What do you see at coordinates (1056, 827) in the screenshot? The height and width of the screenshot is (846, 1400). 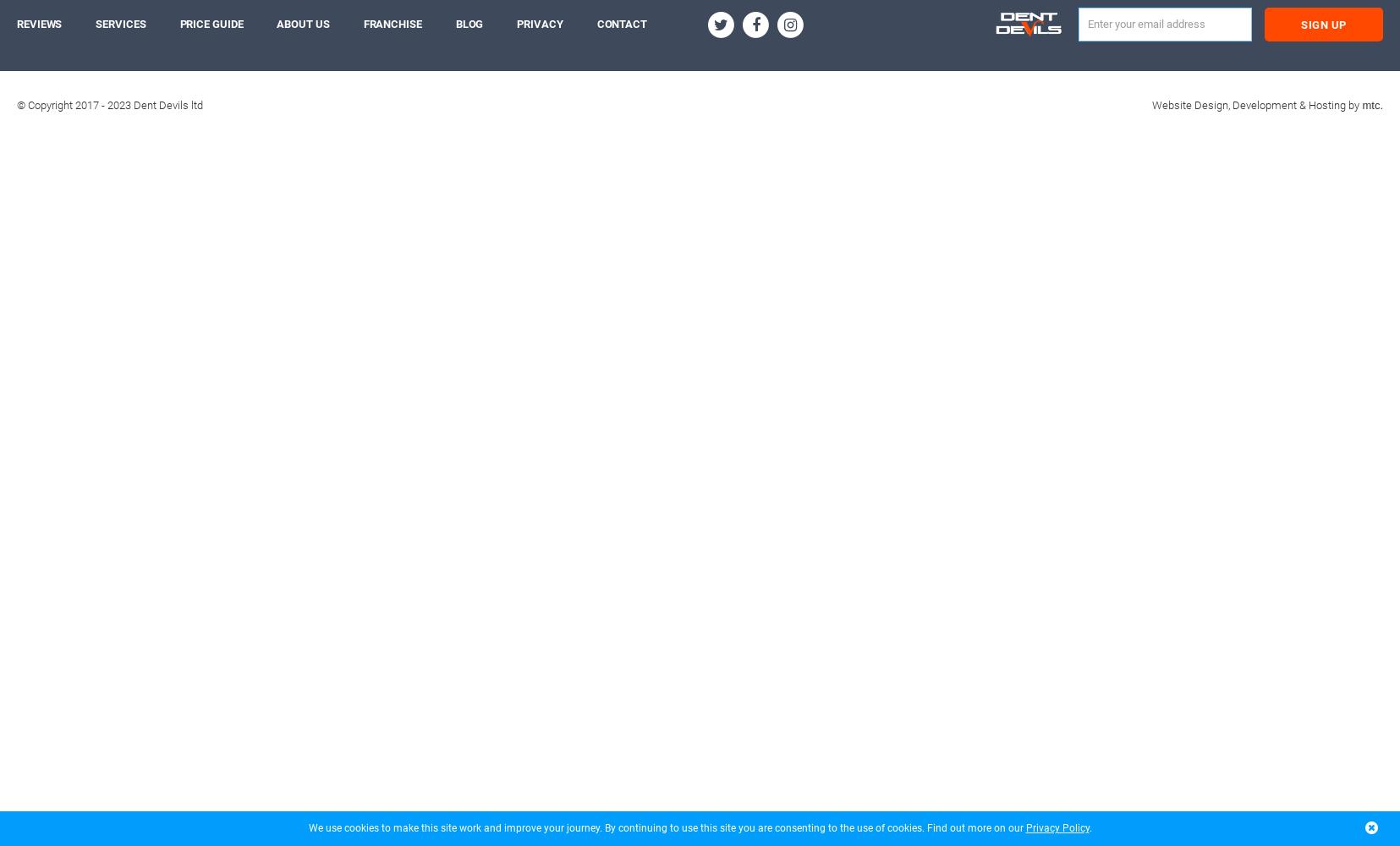 I see `'Privacy Policy'` at bounding box center [1056, 827].